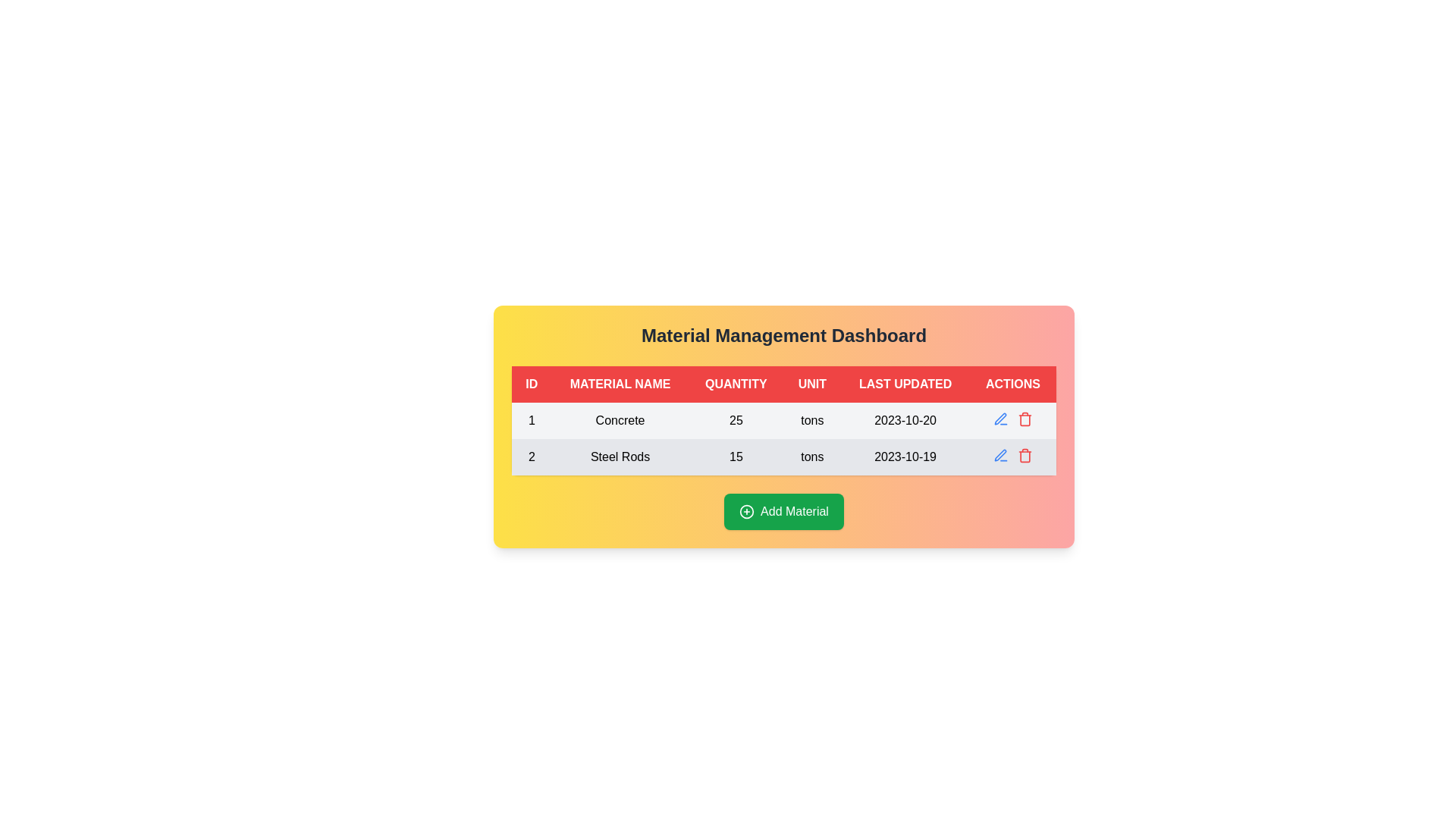  Describe the element at coordinates (532, 383) in the screenshot. I see `the bold, red-colored rectangular label containing the text 'ID' written in white, uppercase font, which is located in the first column of the table's header row` at that location.